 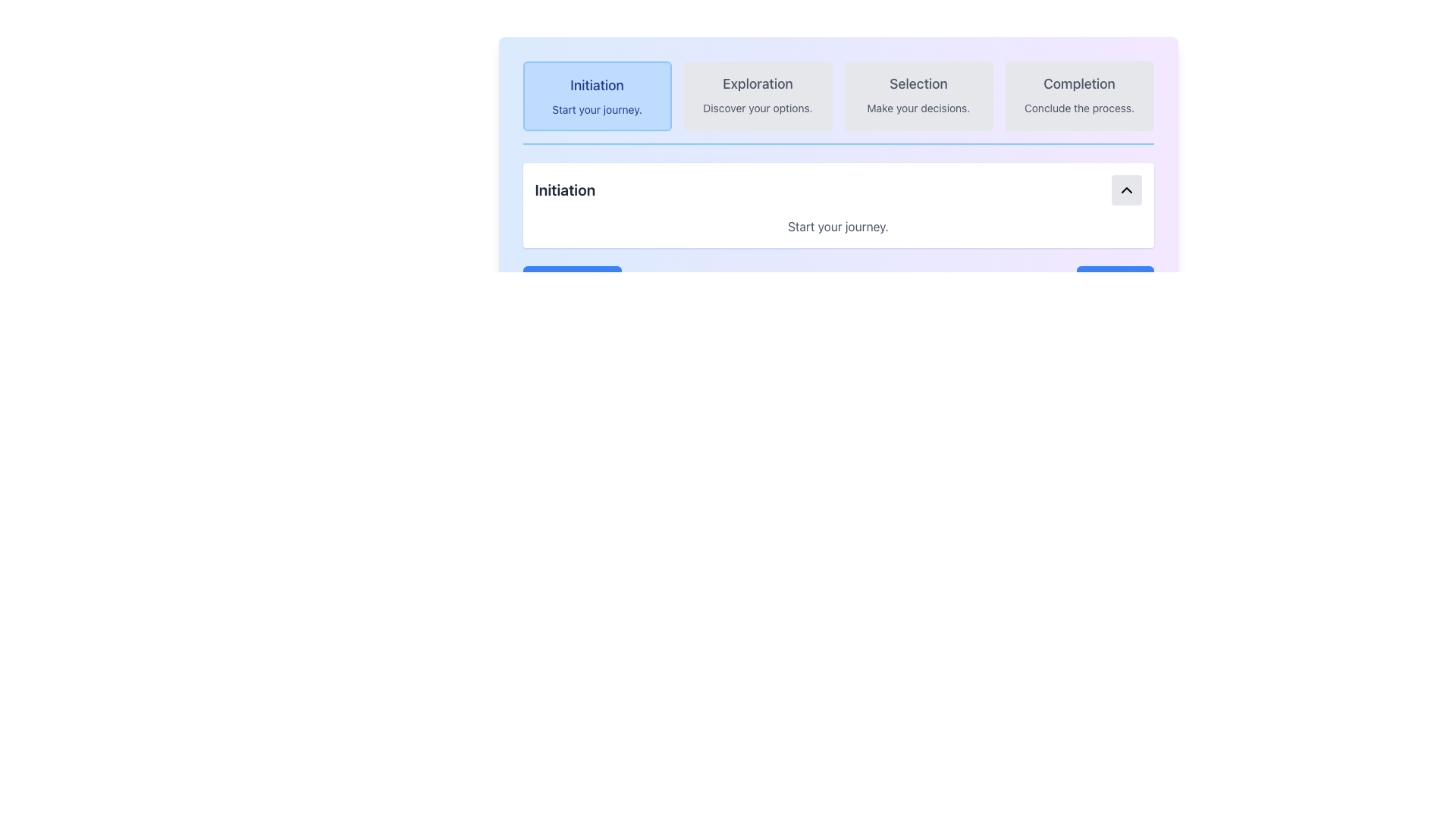 I want to click on the text block displaying 'Start your journey.' located within the 'Initiation' card, so click(x=837, y=227).